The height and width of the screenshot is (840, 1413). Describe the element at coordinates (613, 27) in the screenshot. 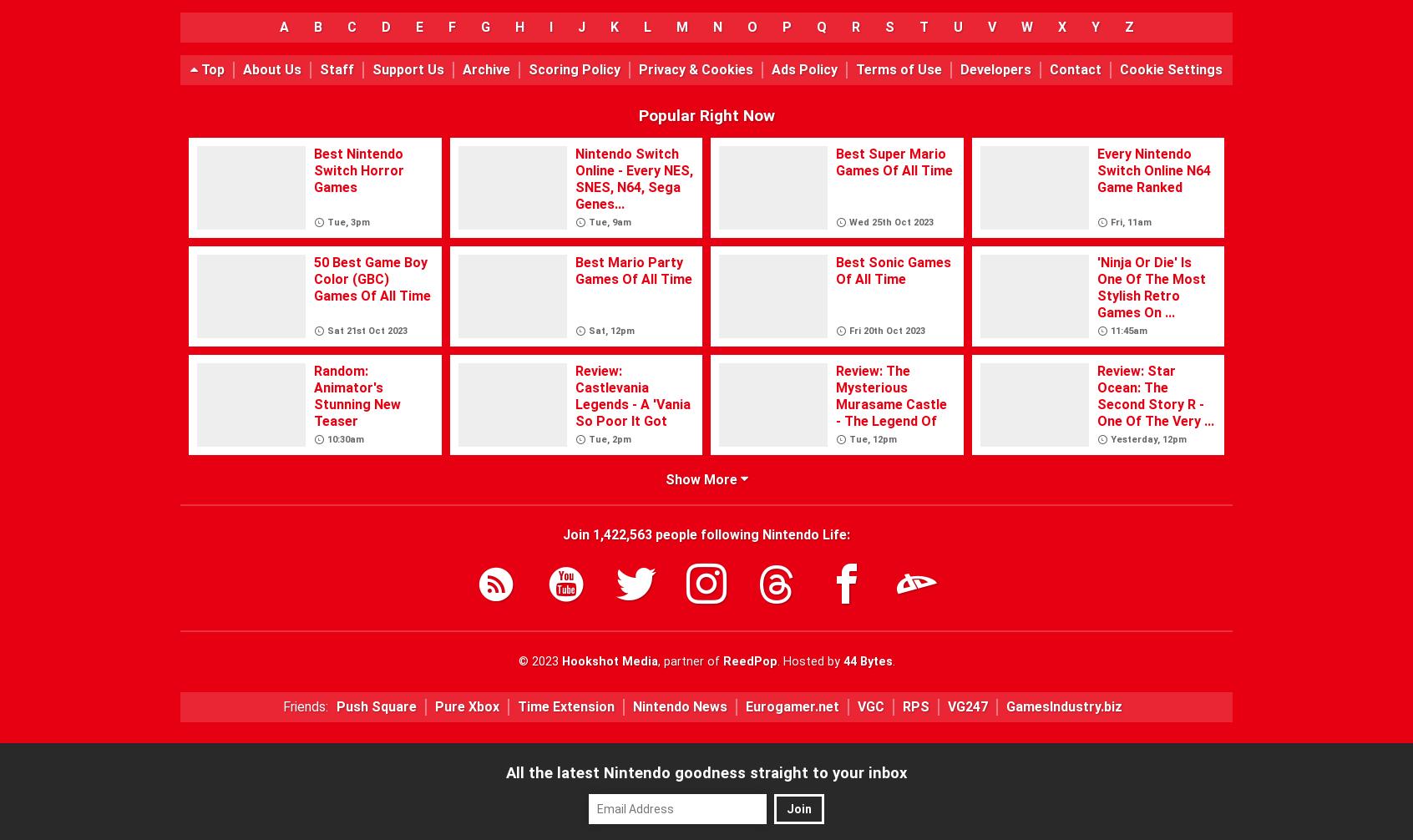

I see `'K'` at that location.